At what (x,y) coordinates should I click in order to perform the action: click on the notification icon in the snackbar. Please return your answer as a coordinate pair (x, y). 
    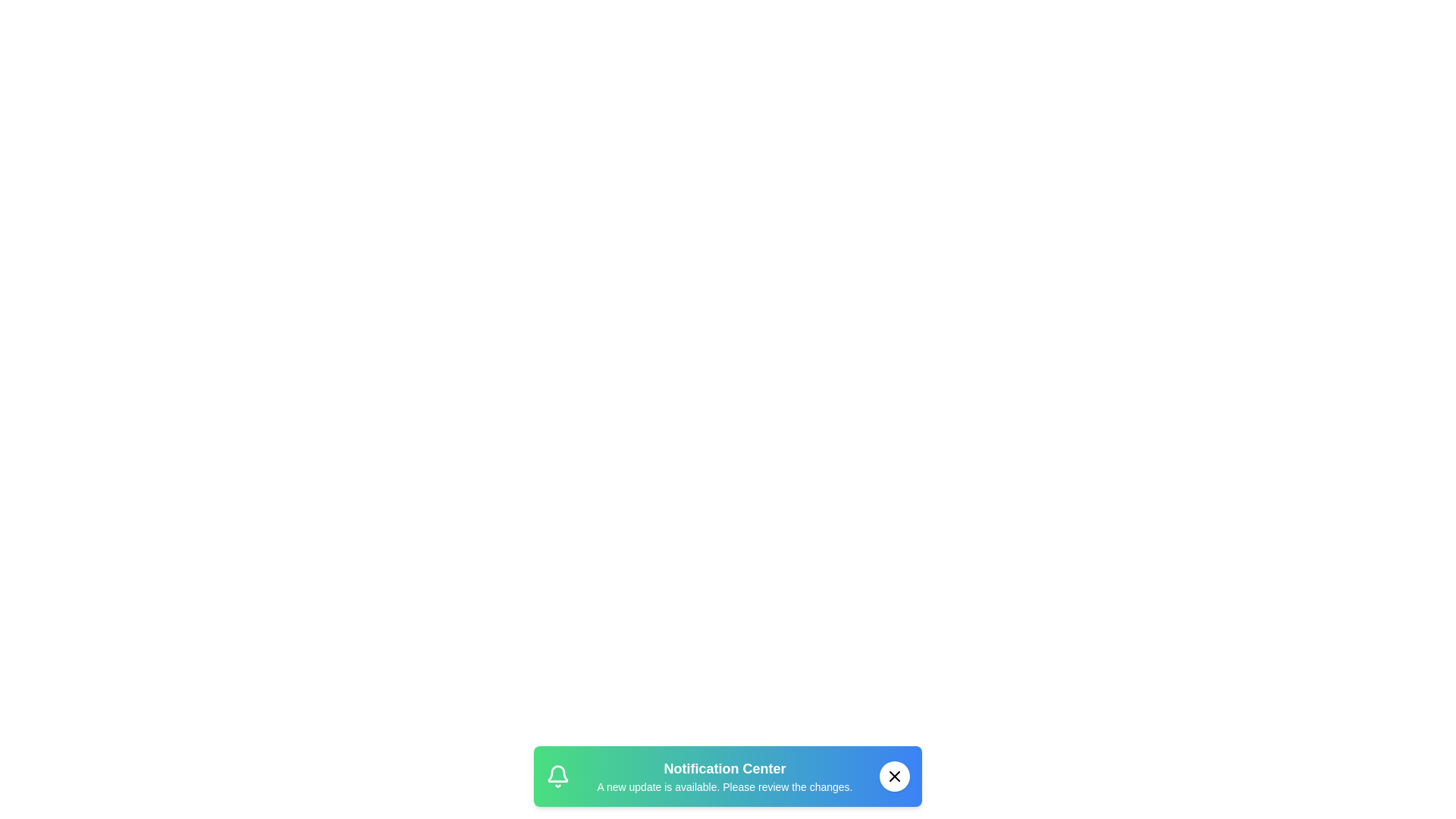
    Looking at the image, I should click on (557, 776).